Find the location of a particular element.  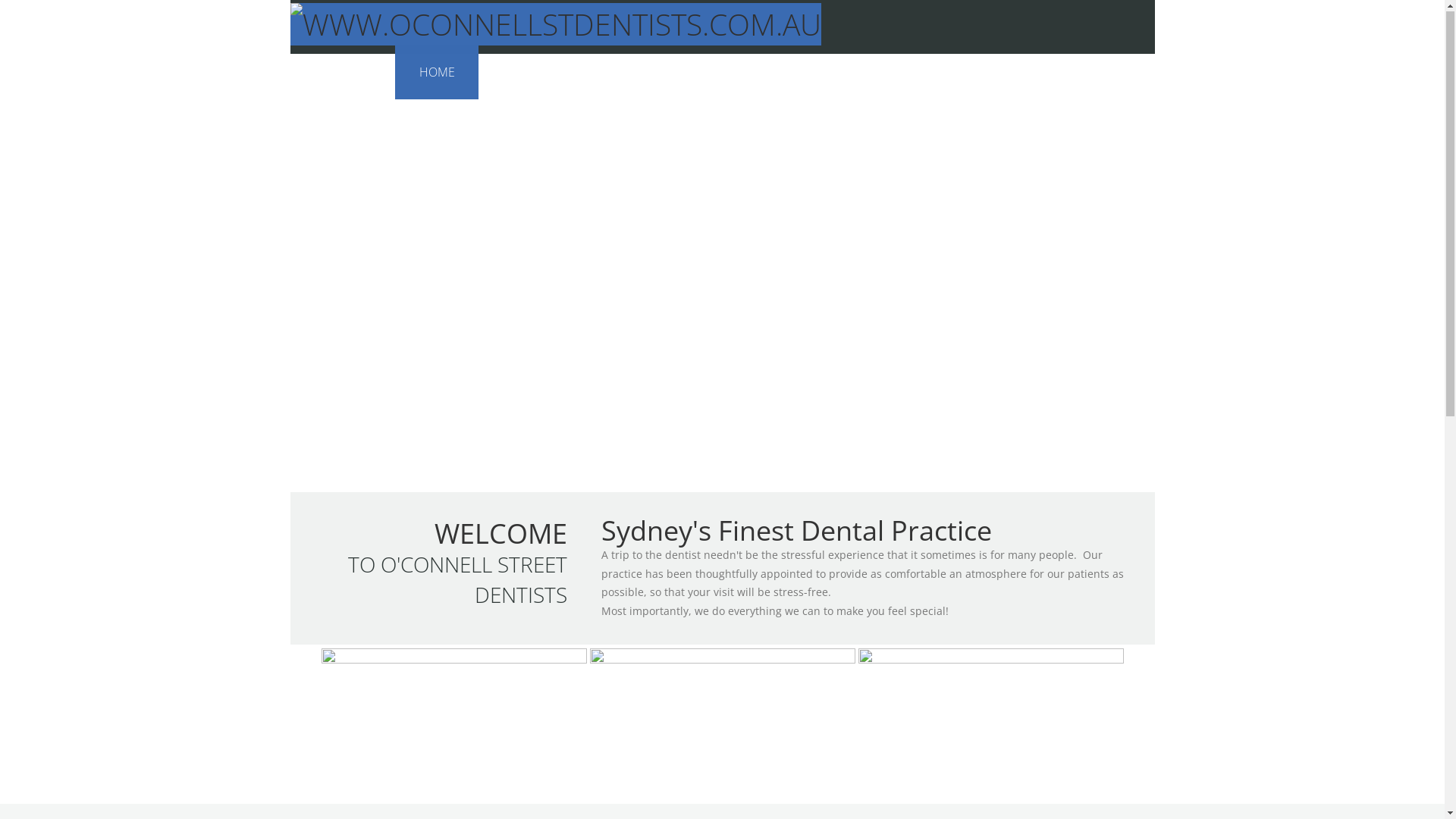

'HOME' is located at coordinates (436, 73).